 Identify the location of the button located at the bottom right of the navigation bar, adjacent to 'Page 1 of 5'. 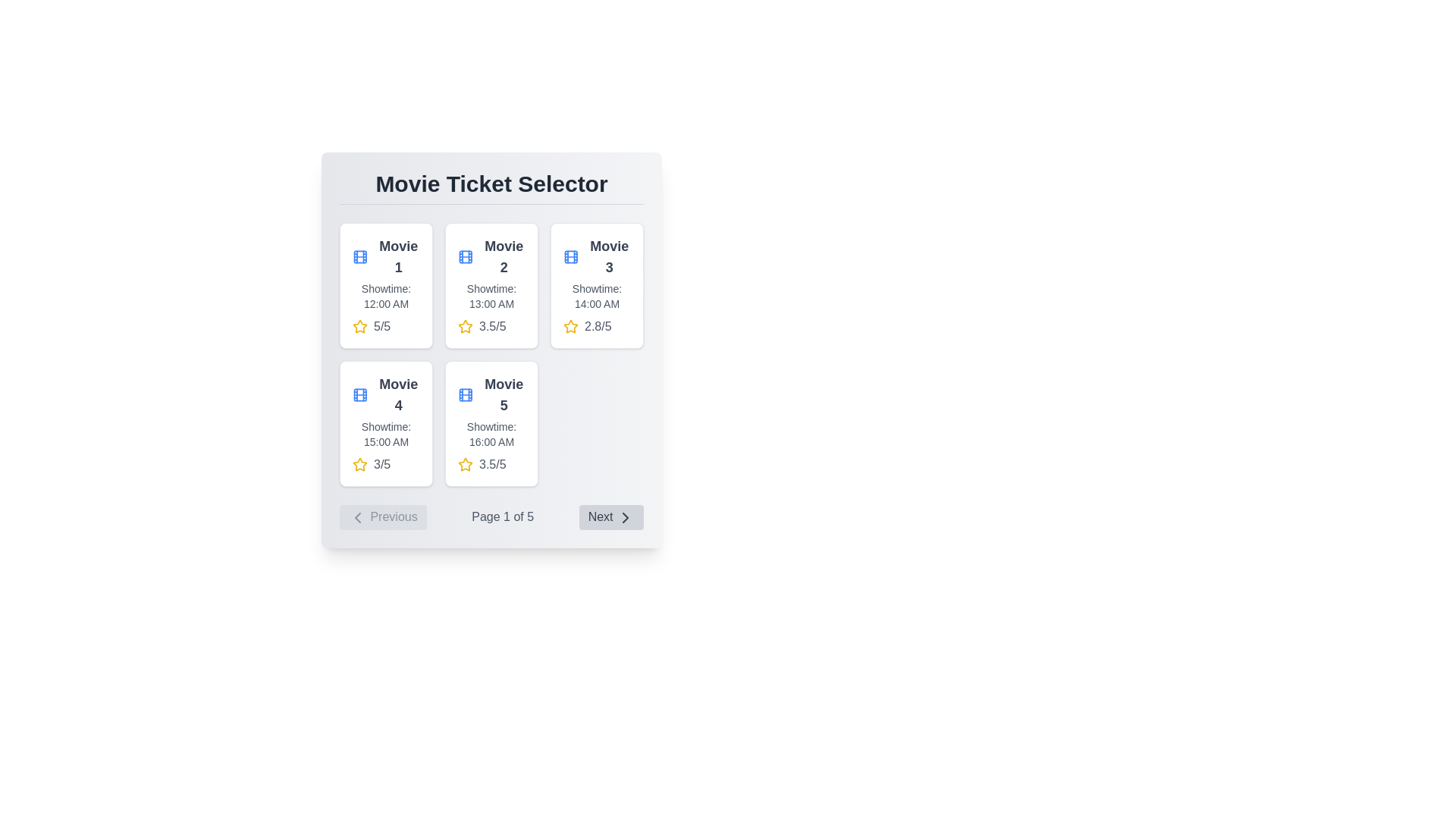
(611, 516).